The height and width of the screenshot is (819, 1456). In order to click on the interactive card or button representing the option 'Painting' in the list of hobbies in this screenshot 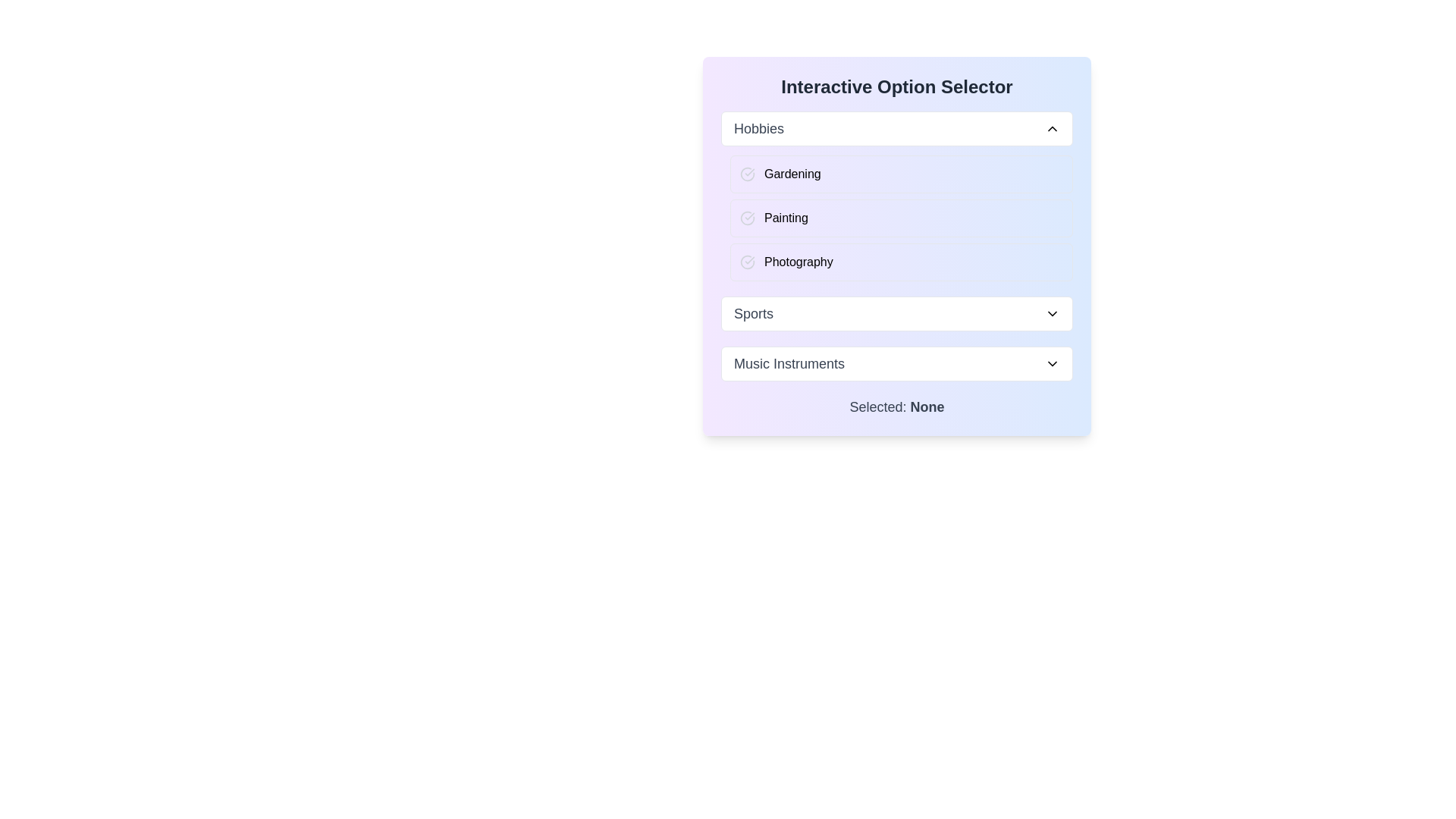, I will do `click(896, 218)`.